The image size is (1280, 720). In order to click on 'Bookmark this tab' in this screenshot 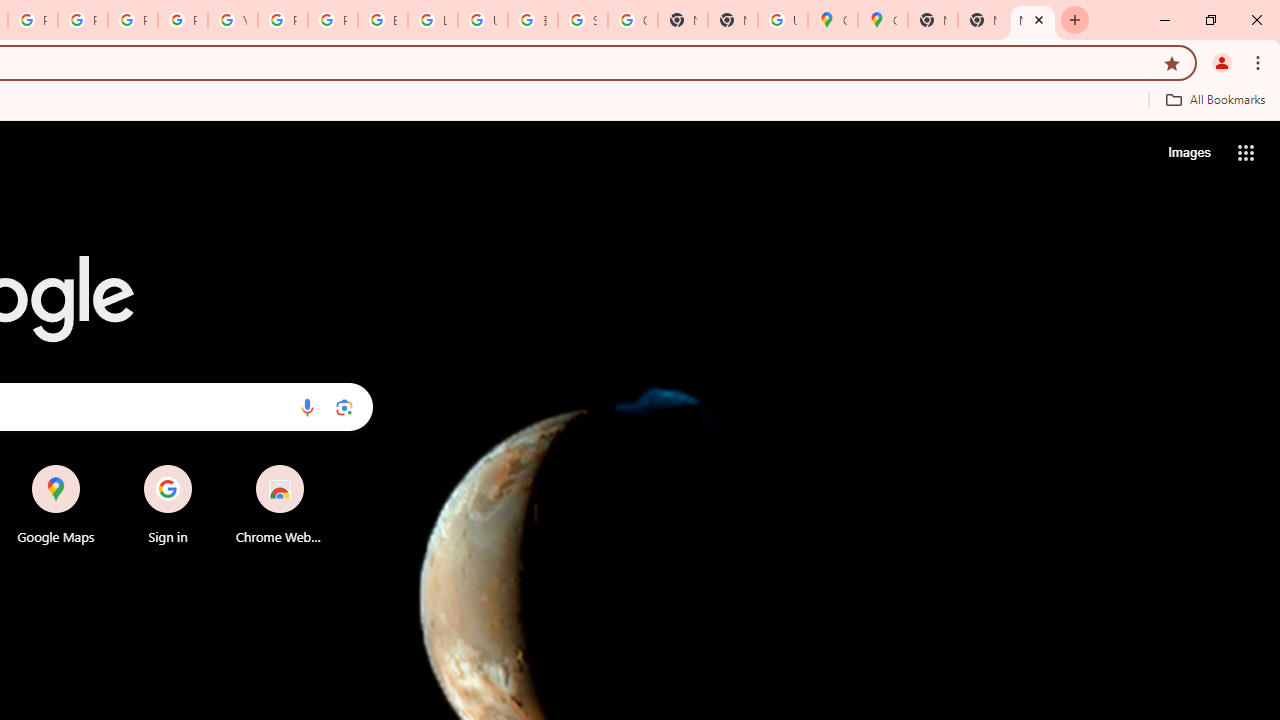, I will do `click(1171, 61)`.